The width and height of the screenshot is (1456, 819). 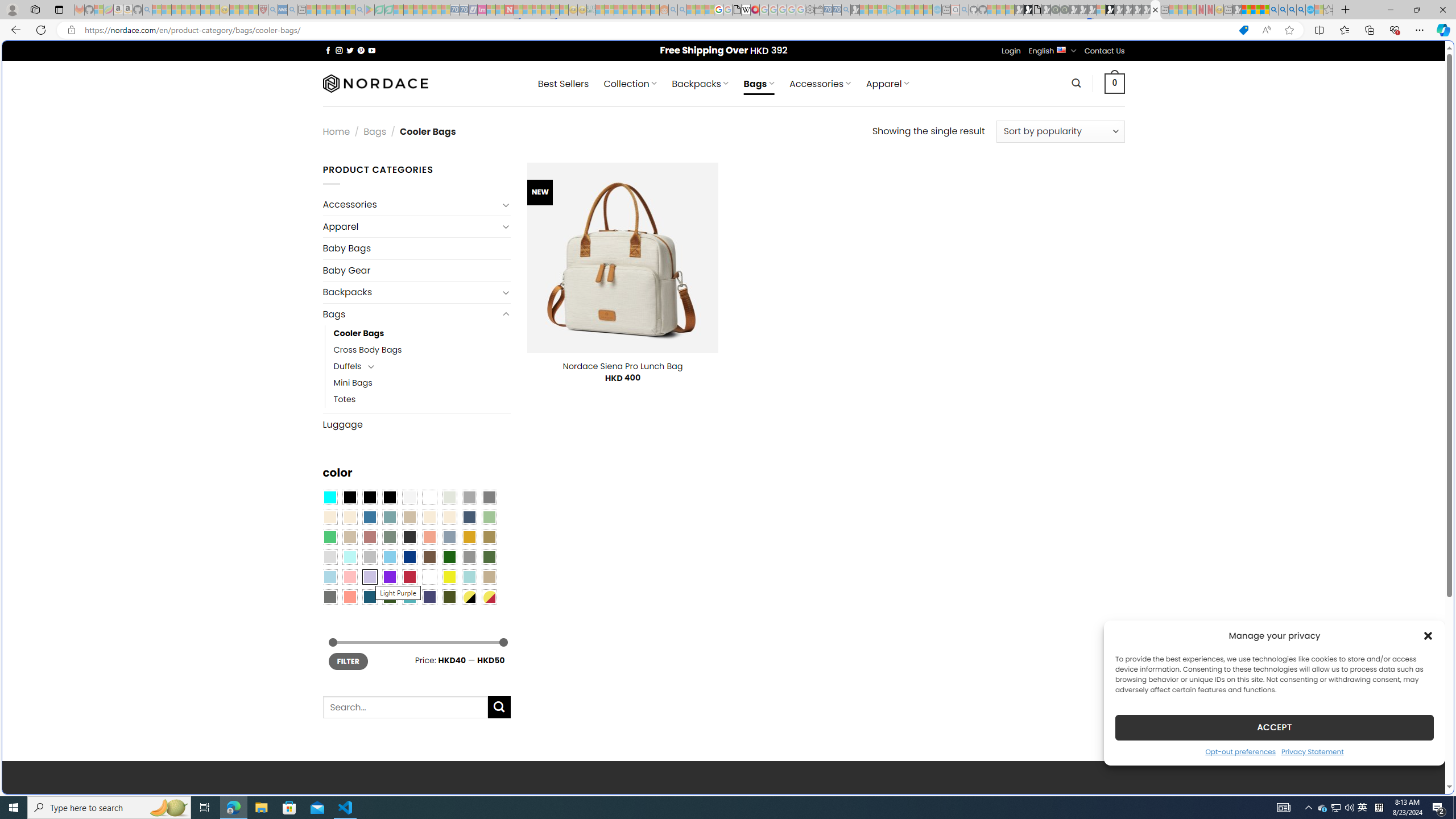 I want to click on 'Cross Body Bags', so click(x=421, y=349).